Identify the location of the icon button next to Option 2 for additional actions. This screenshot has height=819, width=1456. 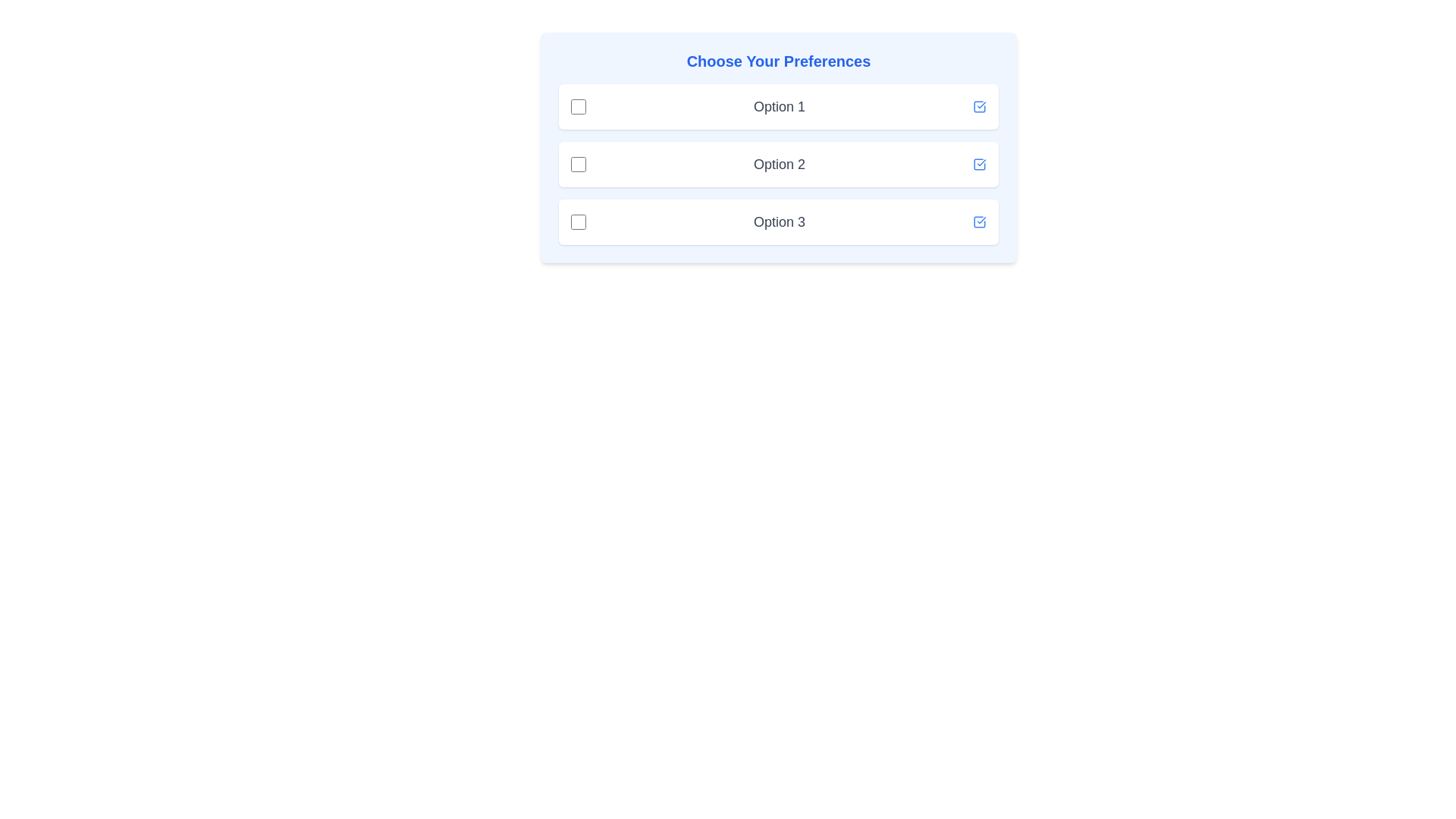
(979, 164).